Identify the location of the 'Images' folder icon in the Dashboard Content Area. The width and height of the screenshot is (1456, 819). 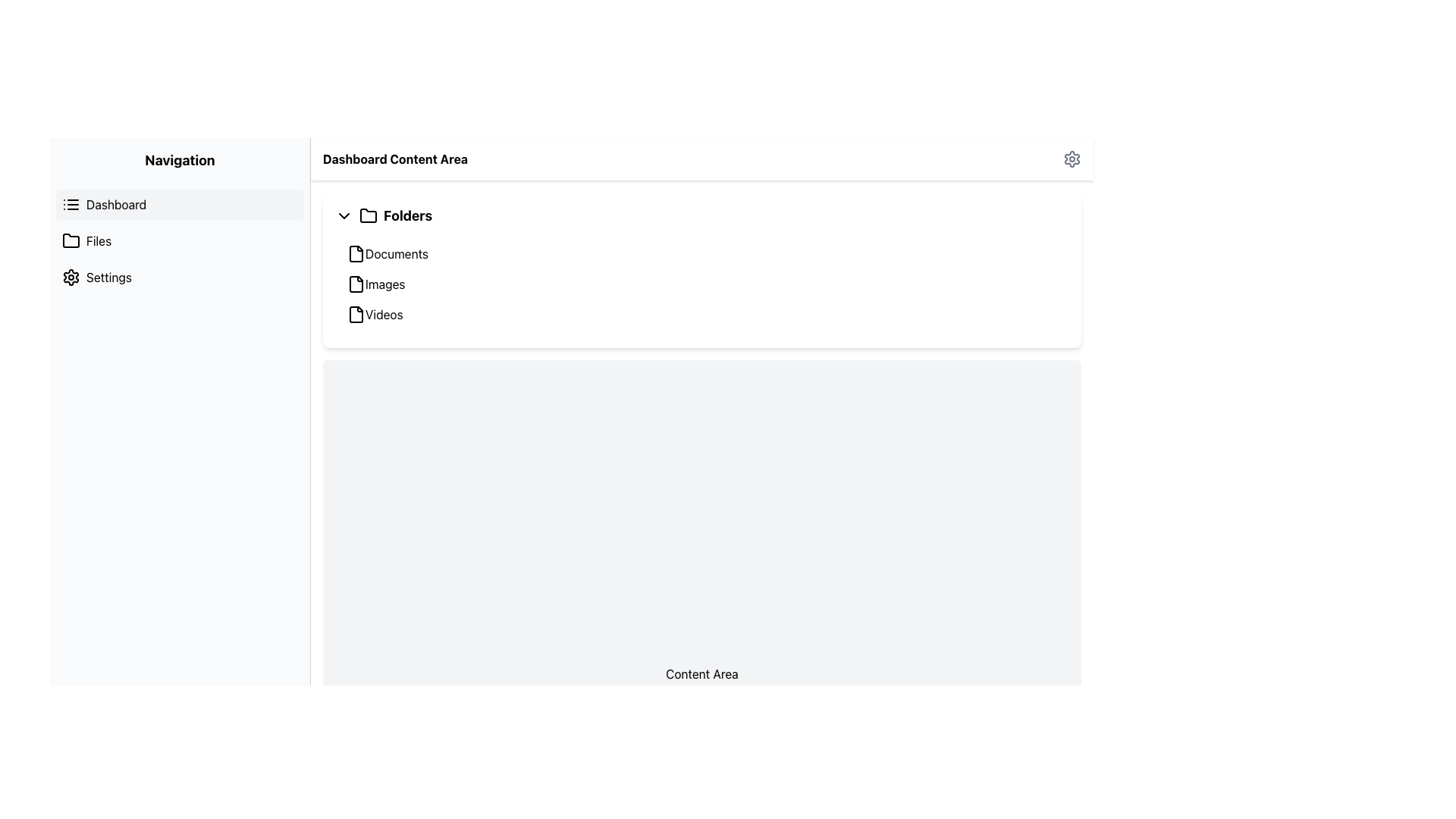
(356, 284).